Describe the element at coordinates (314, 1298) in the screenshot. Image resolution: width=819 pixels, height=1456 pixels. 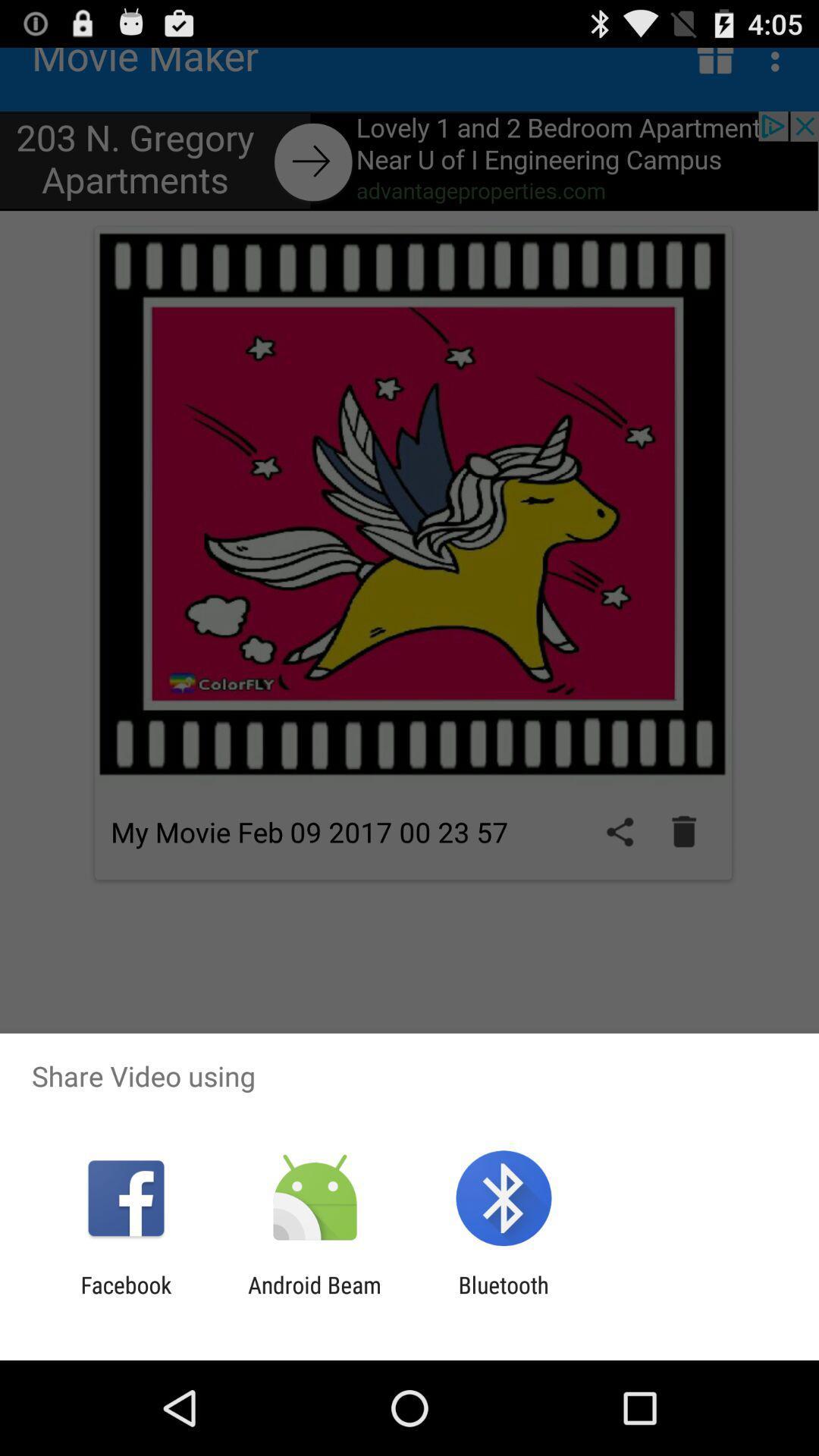
I see `the item next to the facebook item` at that location.